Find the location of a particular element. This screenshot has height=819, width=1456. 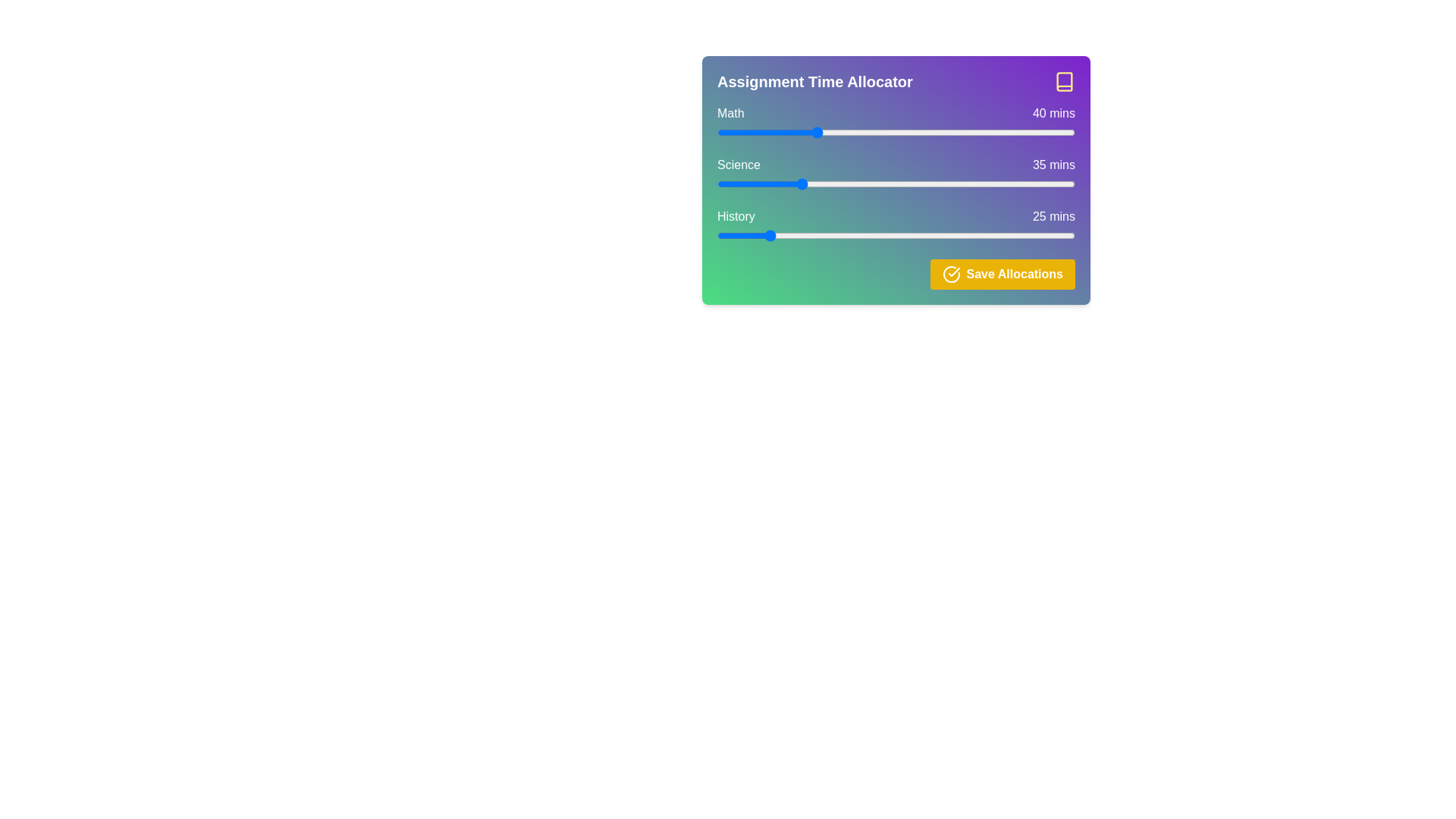

the history allocation time is located at coordinates (736, 236).